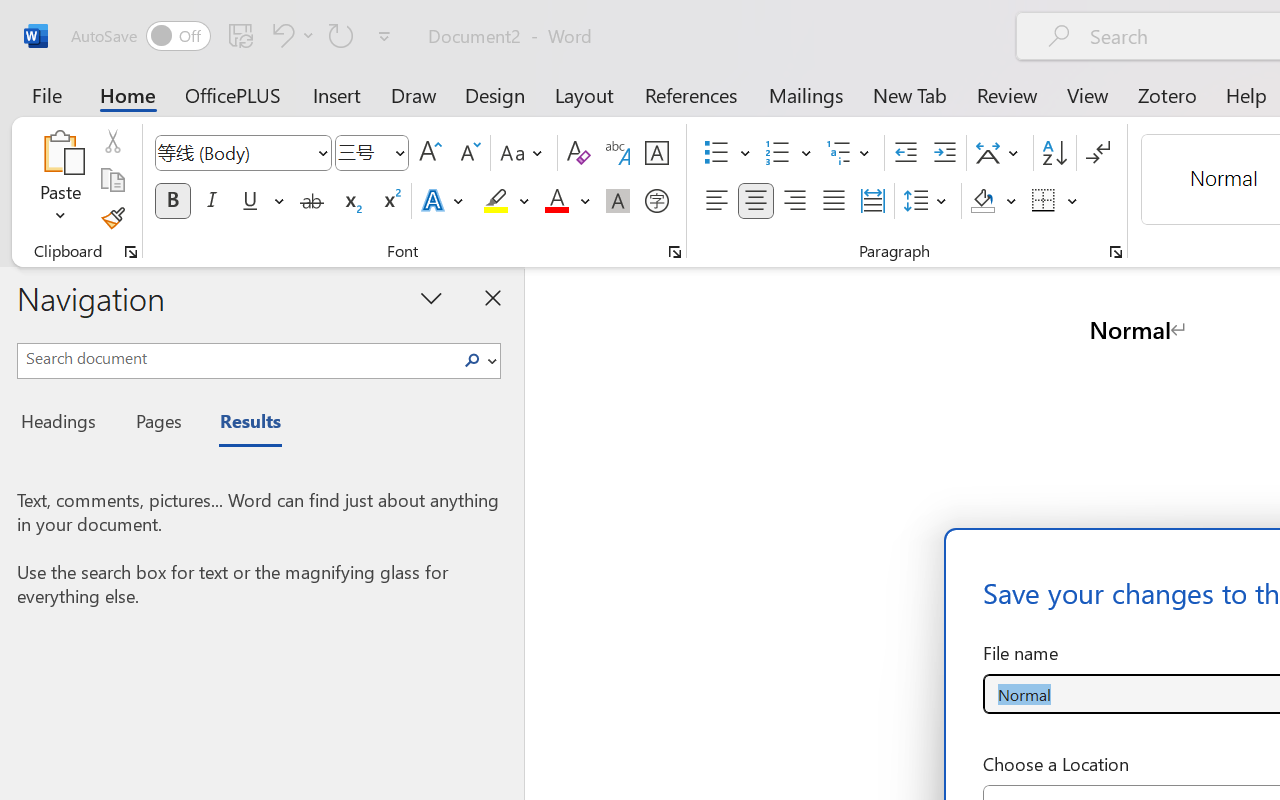 The image size is (1280, 800). I want to click on 'Save', so click(240, 34).